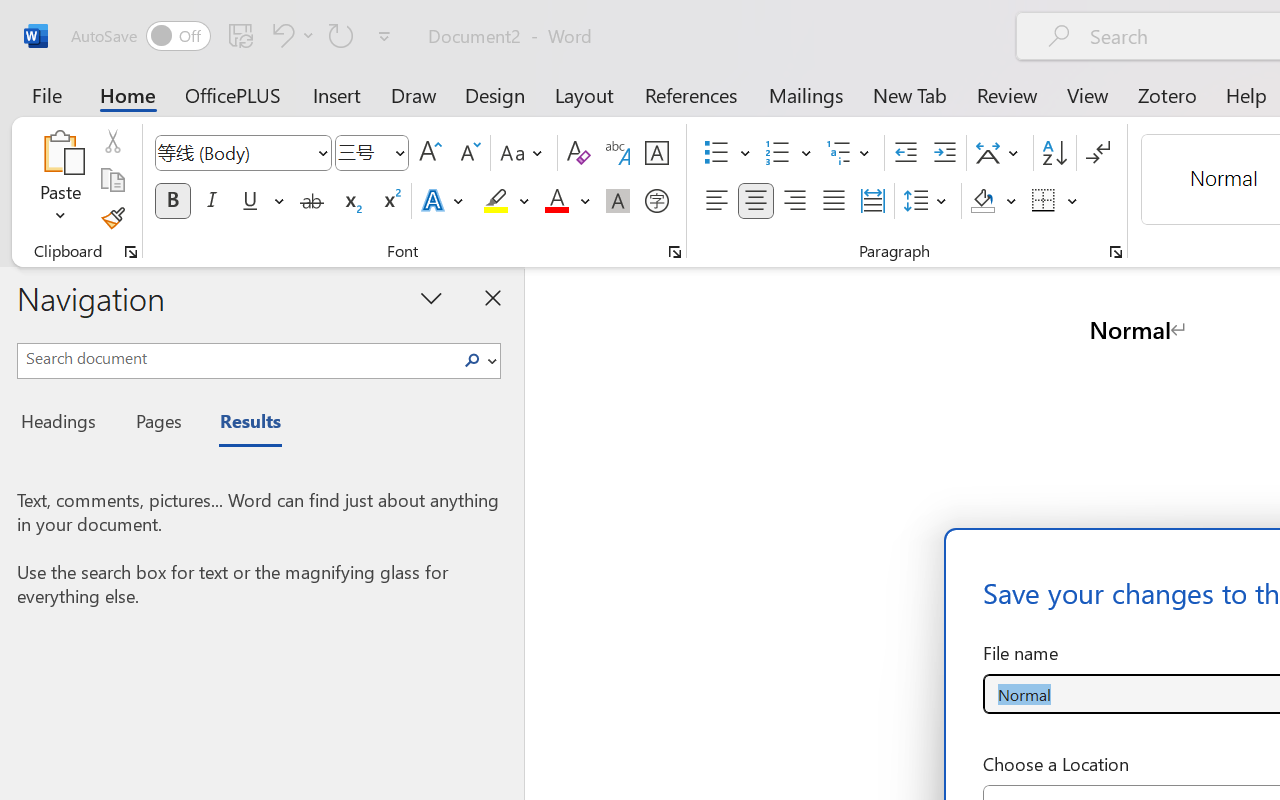 The image size is (1280, 800). I want to click on 'Save', so click(240, 34).